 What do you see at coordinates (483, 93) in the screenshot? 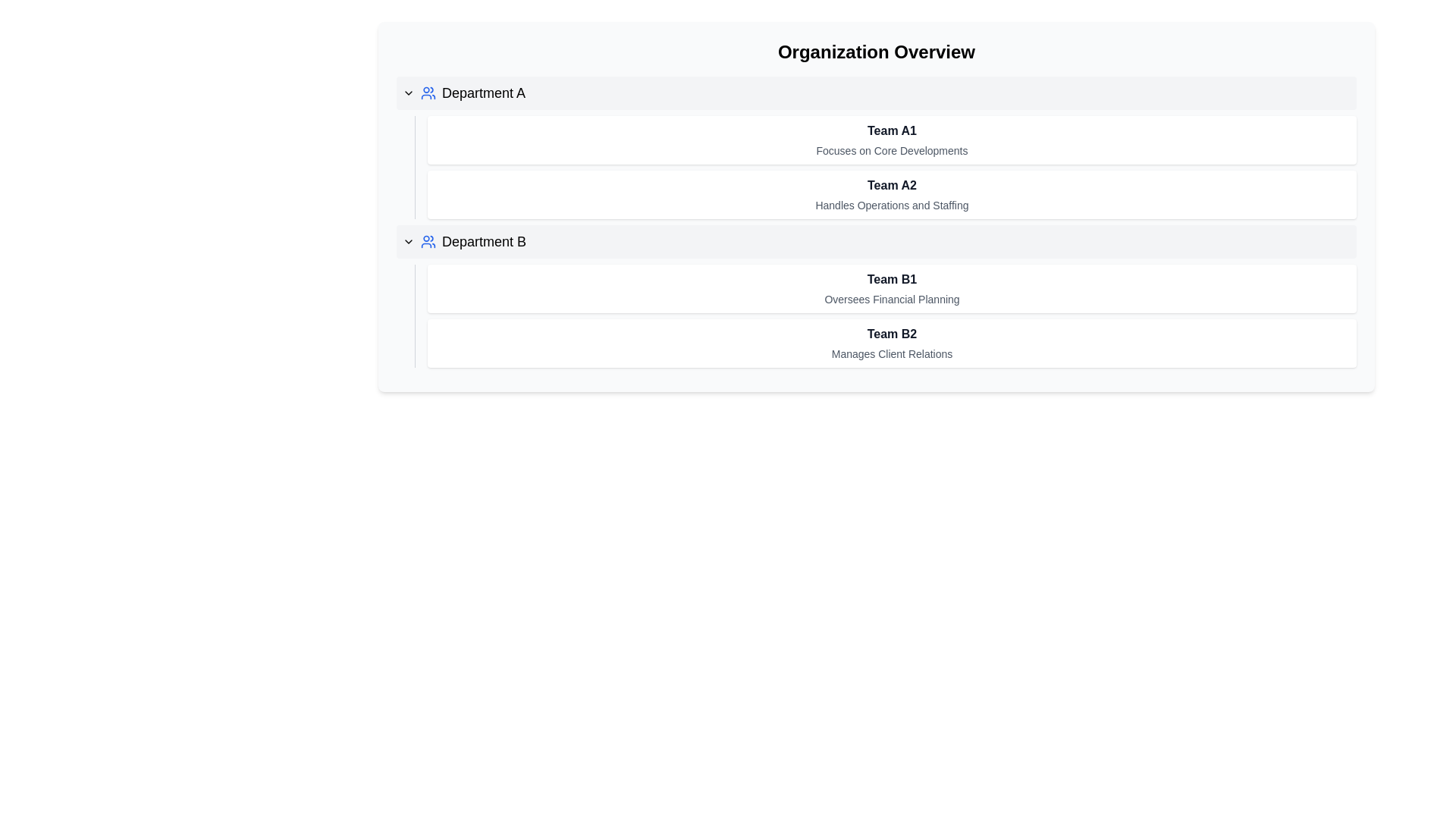
I see `text label that identifies the 'Department A' section, located at the center coordinates of the element` at bounding box center [483, 93].